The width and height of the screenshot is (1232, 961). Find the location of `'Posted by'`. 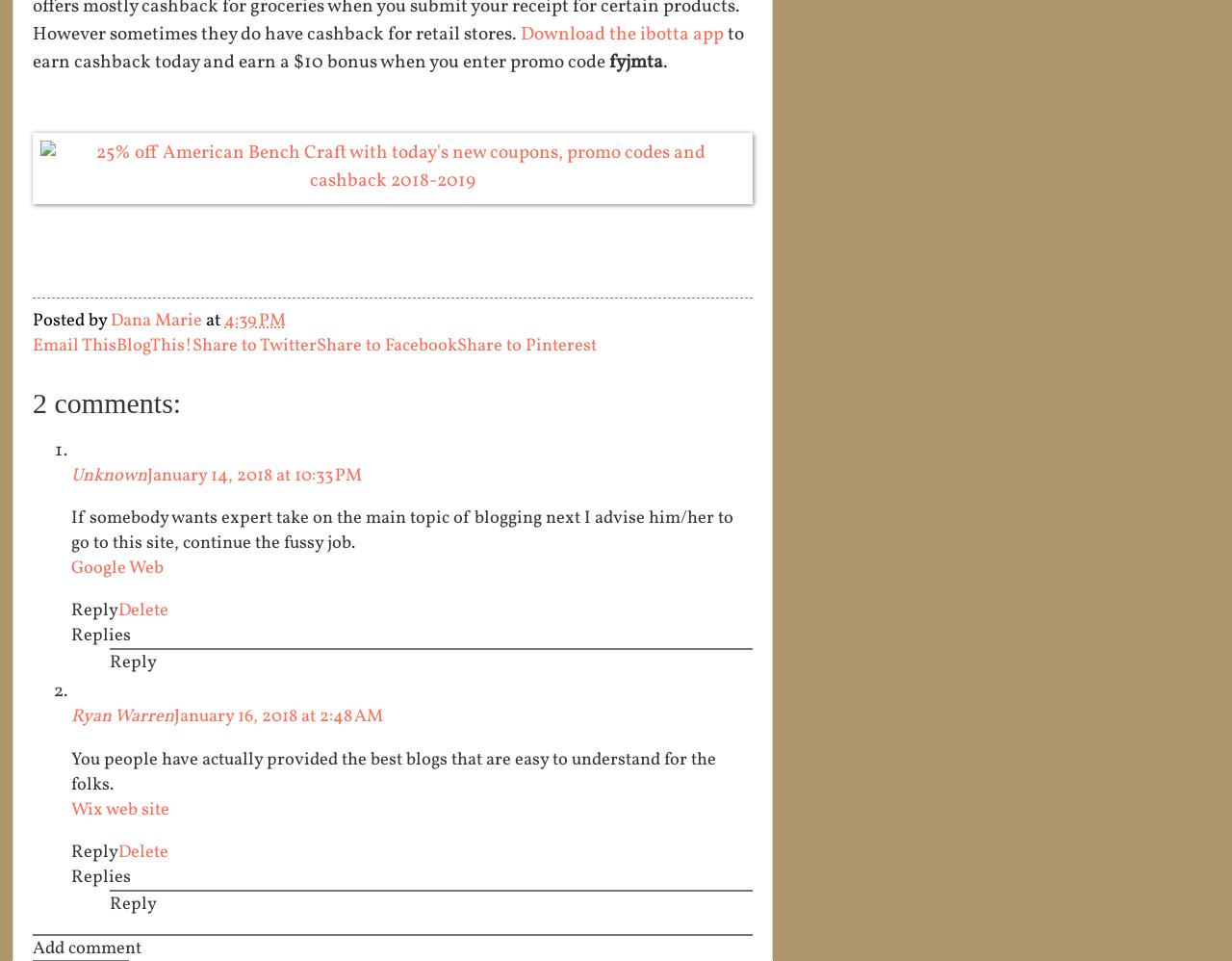

'Posted by' is located at coordinates (71, 321).